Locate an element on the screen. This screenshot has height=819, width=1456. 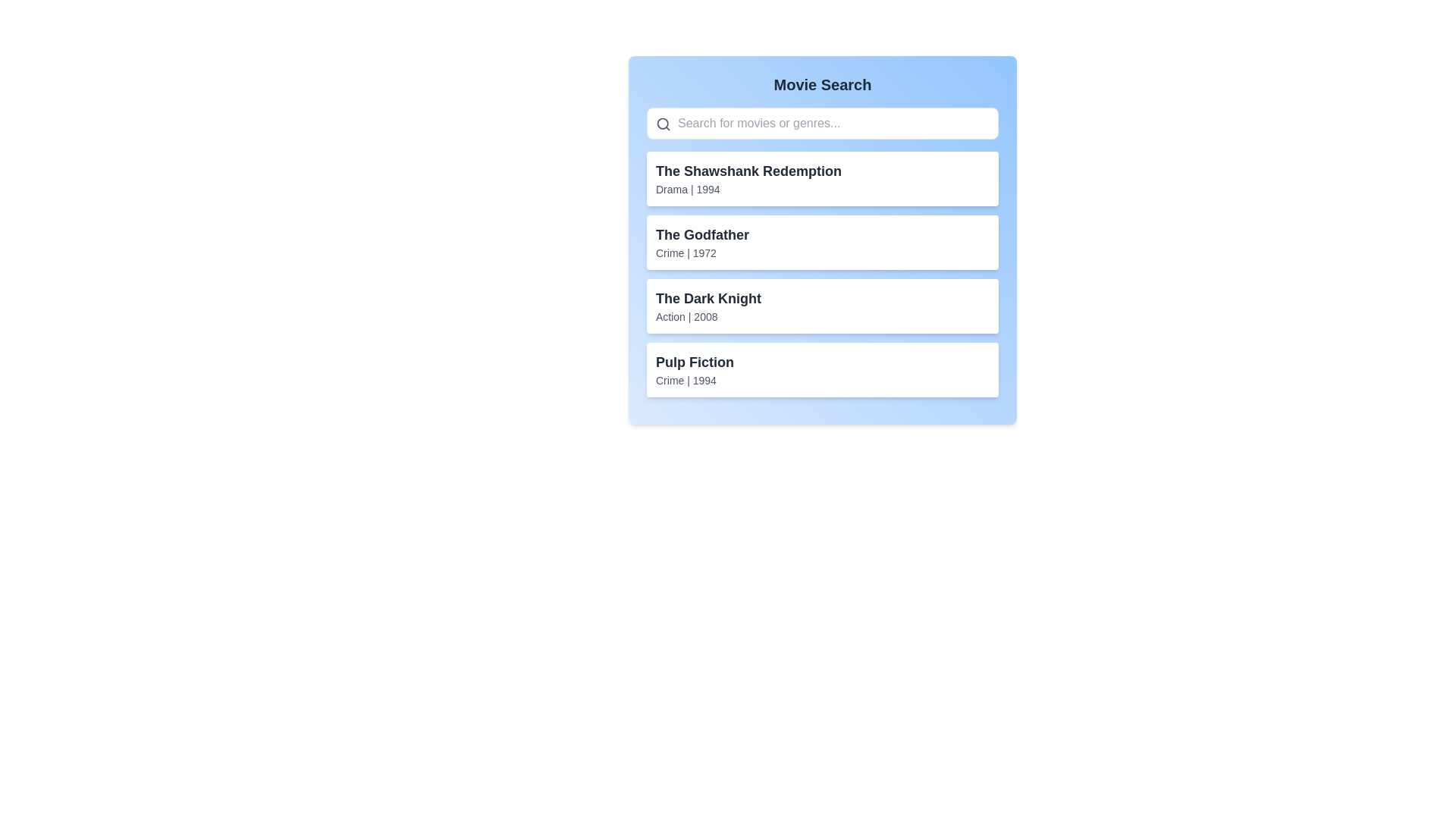
the text label displaying 'The Godfather', which is styled in bold, large font and located in the second row of a movie list, positioned between 'The Shawshank Redemption' and 'The Dark Knight' is located at coordinates (701, 234).